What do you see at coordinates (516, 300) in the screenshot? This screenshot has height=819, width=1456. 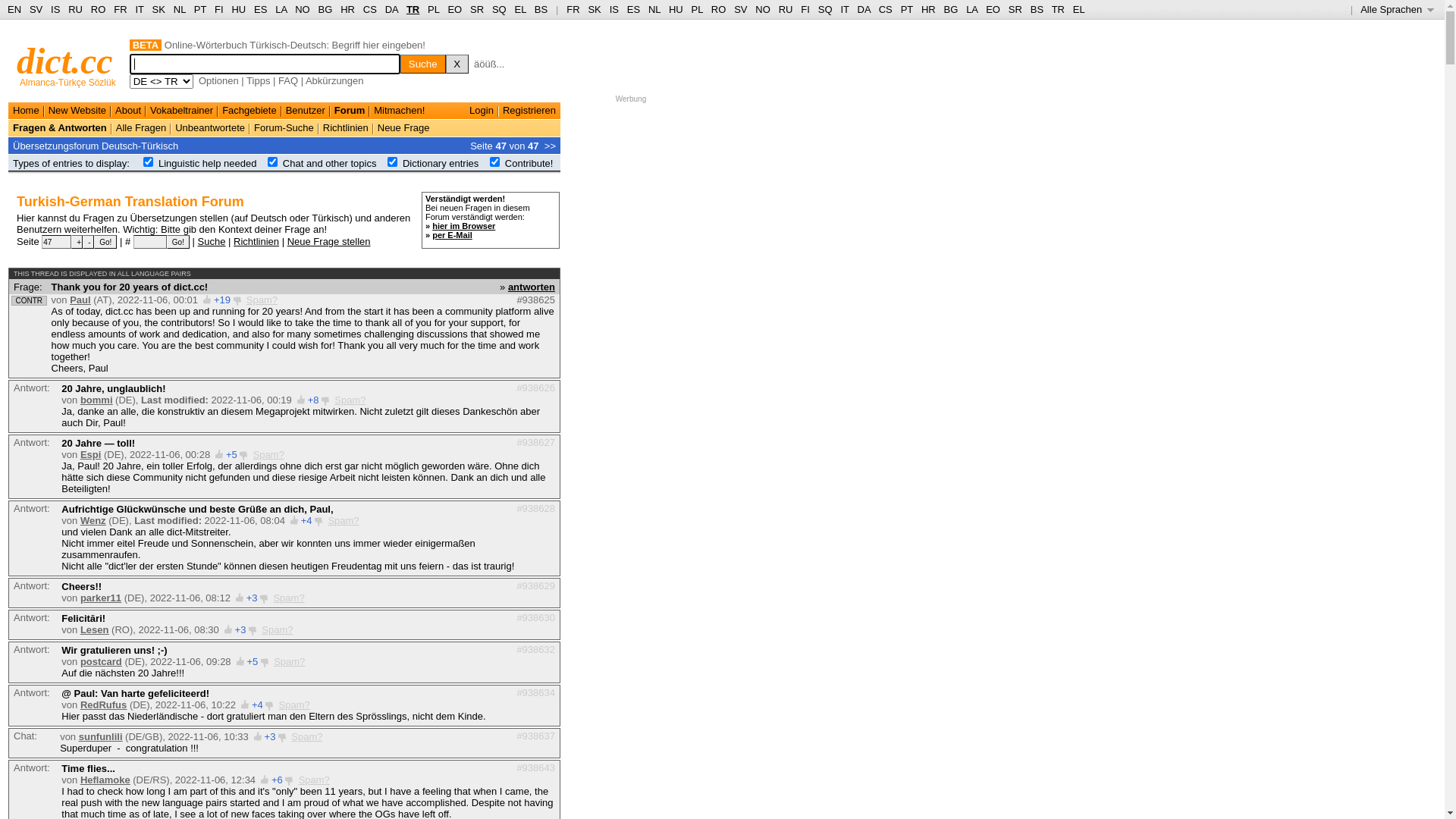 I see `'#938625'` at bounding box center [516, 300].